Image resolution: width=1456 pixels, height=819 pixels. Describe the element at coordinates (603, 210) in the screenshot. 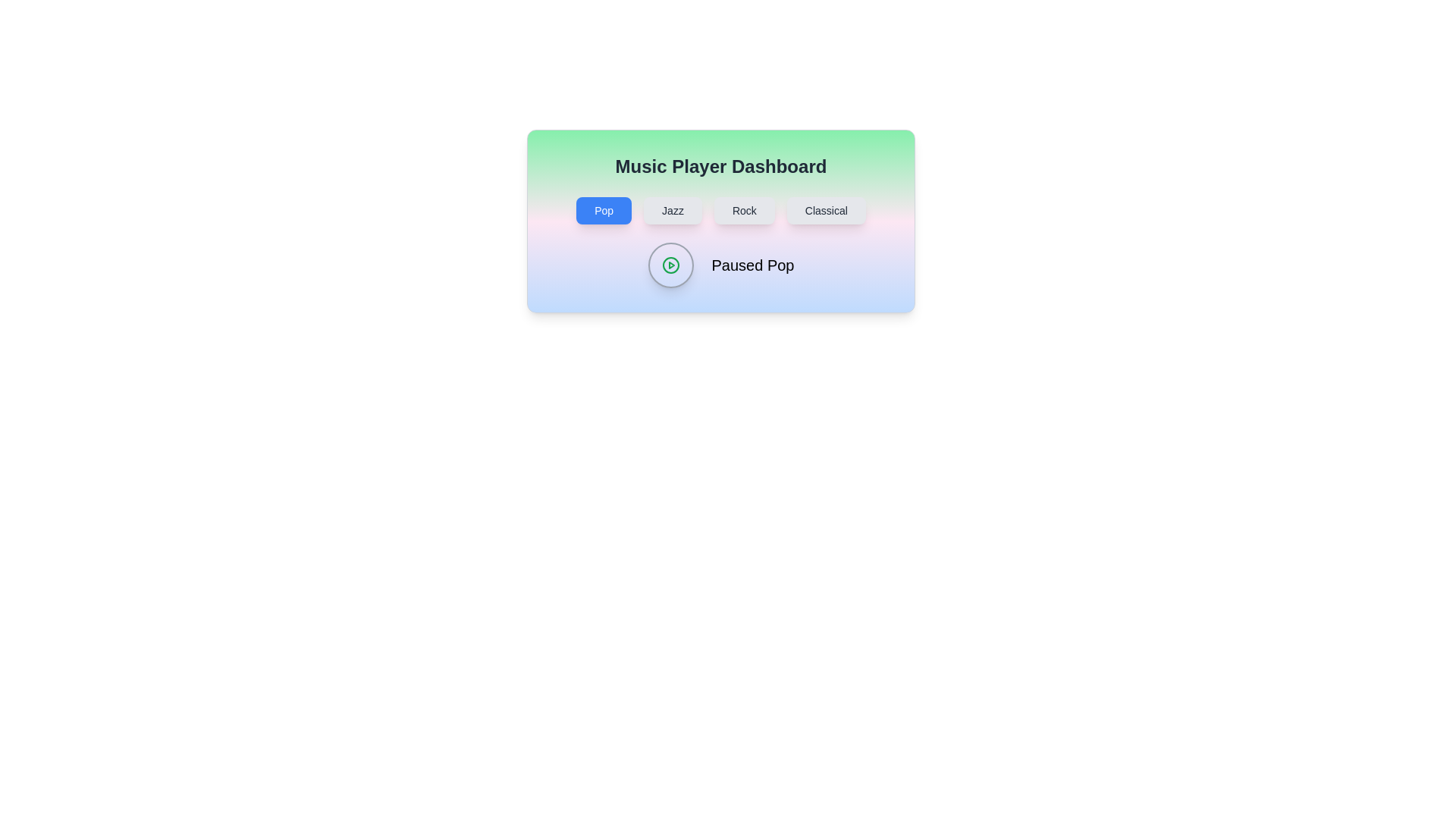

I see `the button corresponding to the genre Pop to select it` at that location.